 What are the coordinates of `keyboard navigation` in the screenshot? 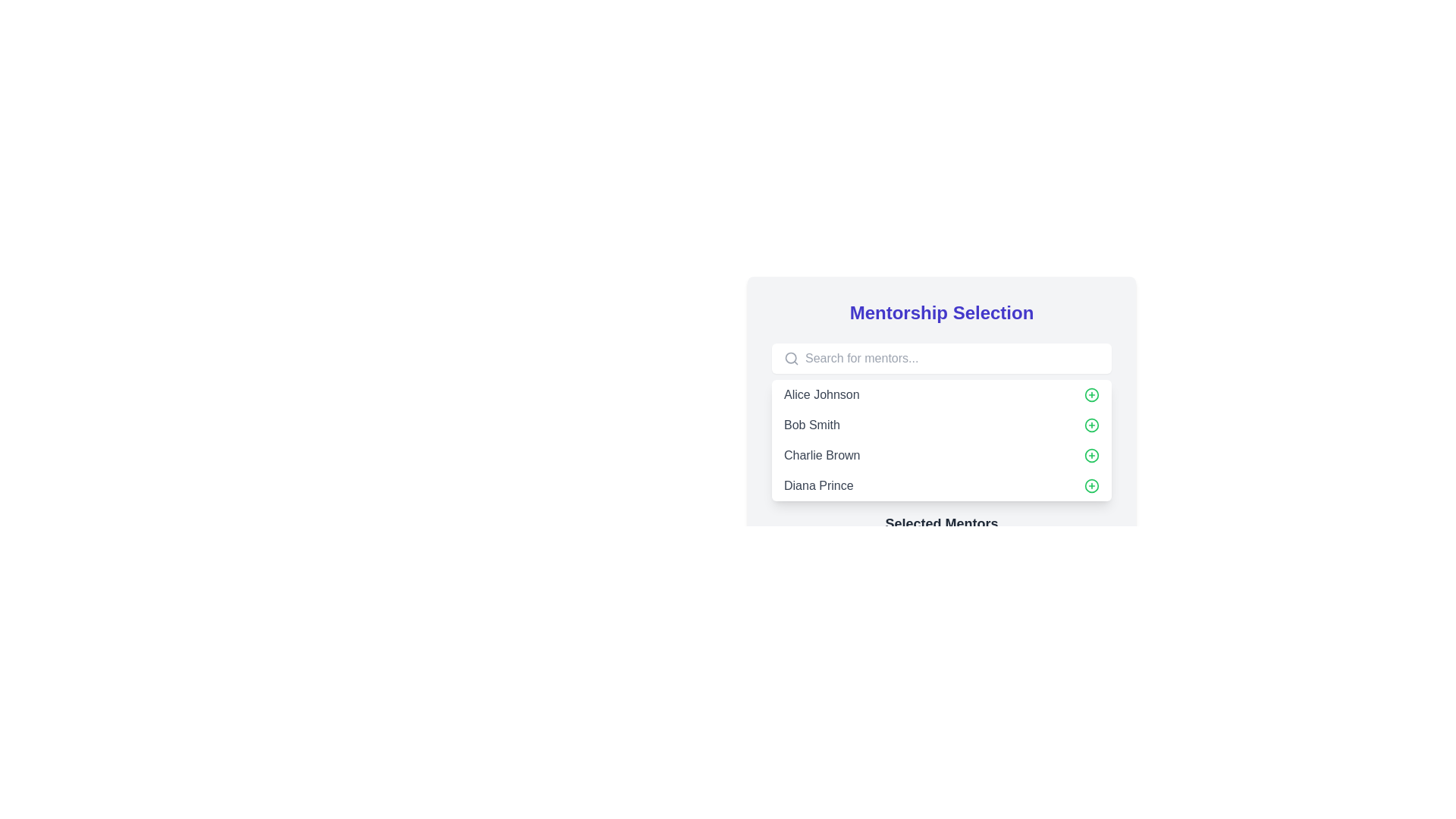 It's located at (1092, 425).